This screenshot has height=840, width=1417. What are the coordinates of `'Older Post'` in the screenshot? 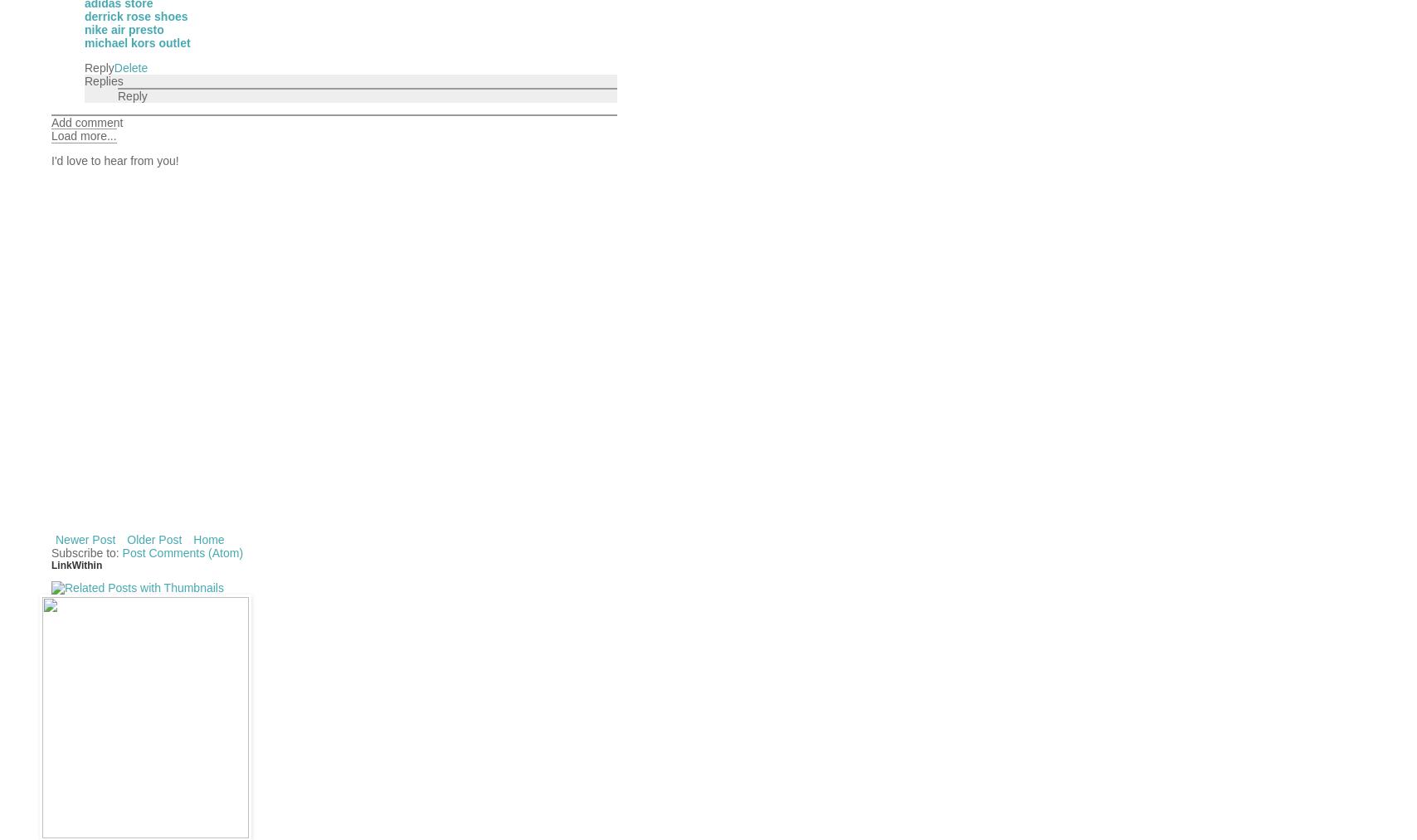 It's located at (154, 538).